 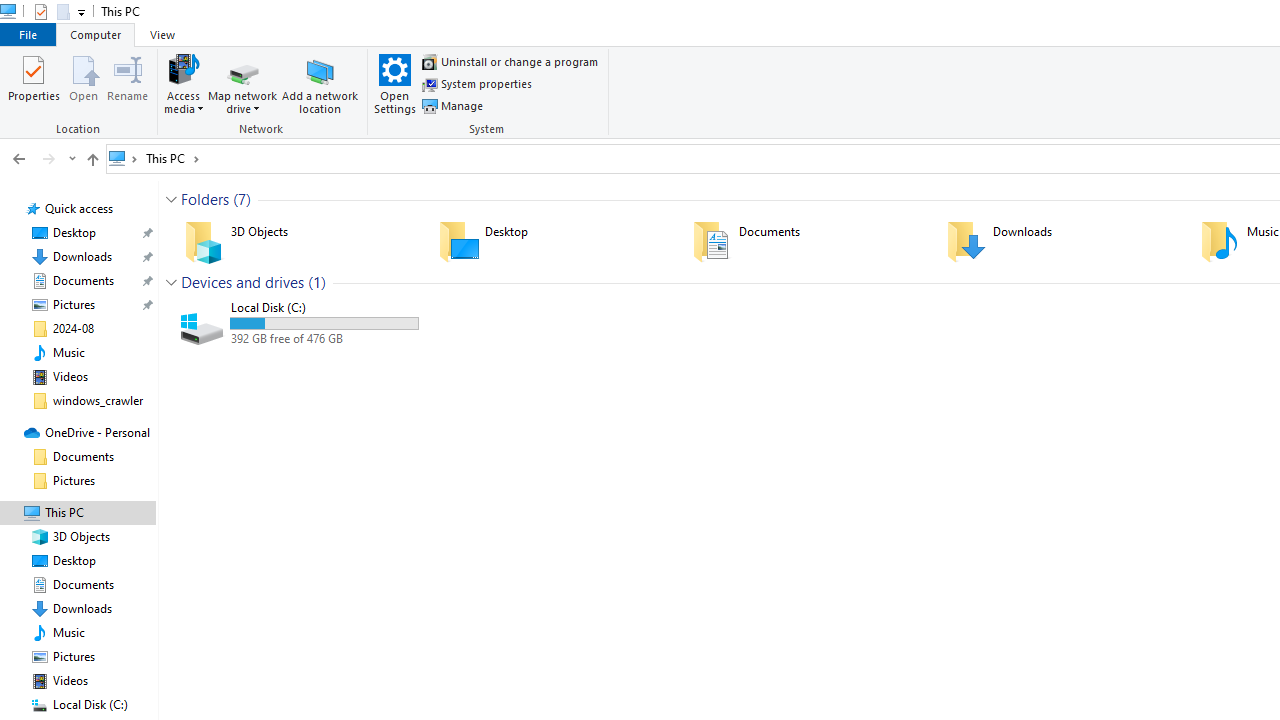 What do you see at coordinates (71, 158) in the screenshot?
I see `'Recent locations'` at bounding box center [71, 158].